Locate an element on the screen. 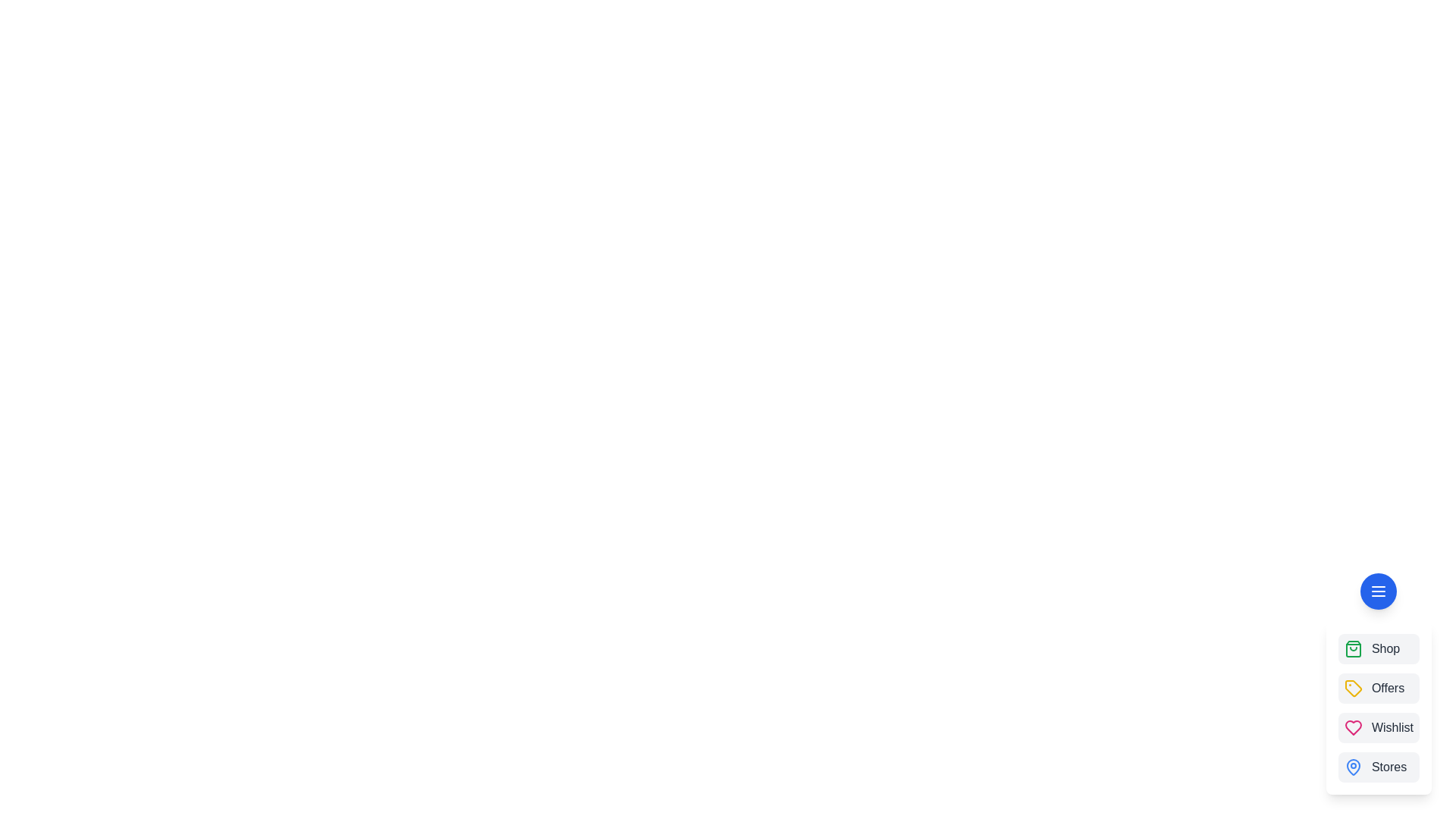 The width and height of the screenshot is (1456, 819). the menu button to toggle the speed dial menu open or closed is located at coordinates (1379, 590).